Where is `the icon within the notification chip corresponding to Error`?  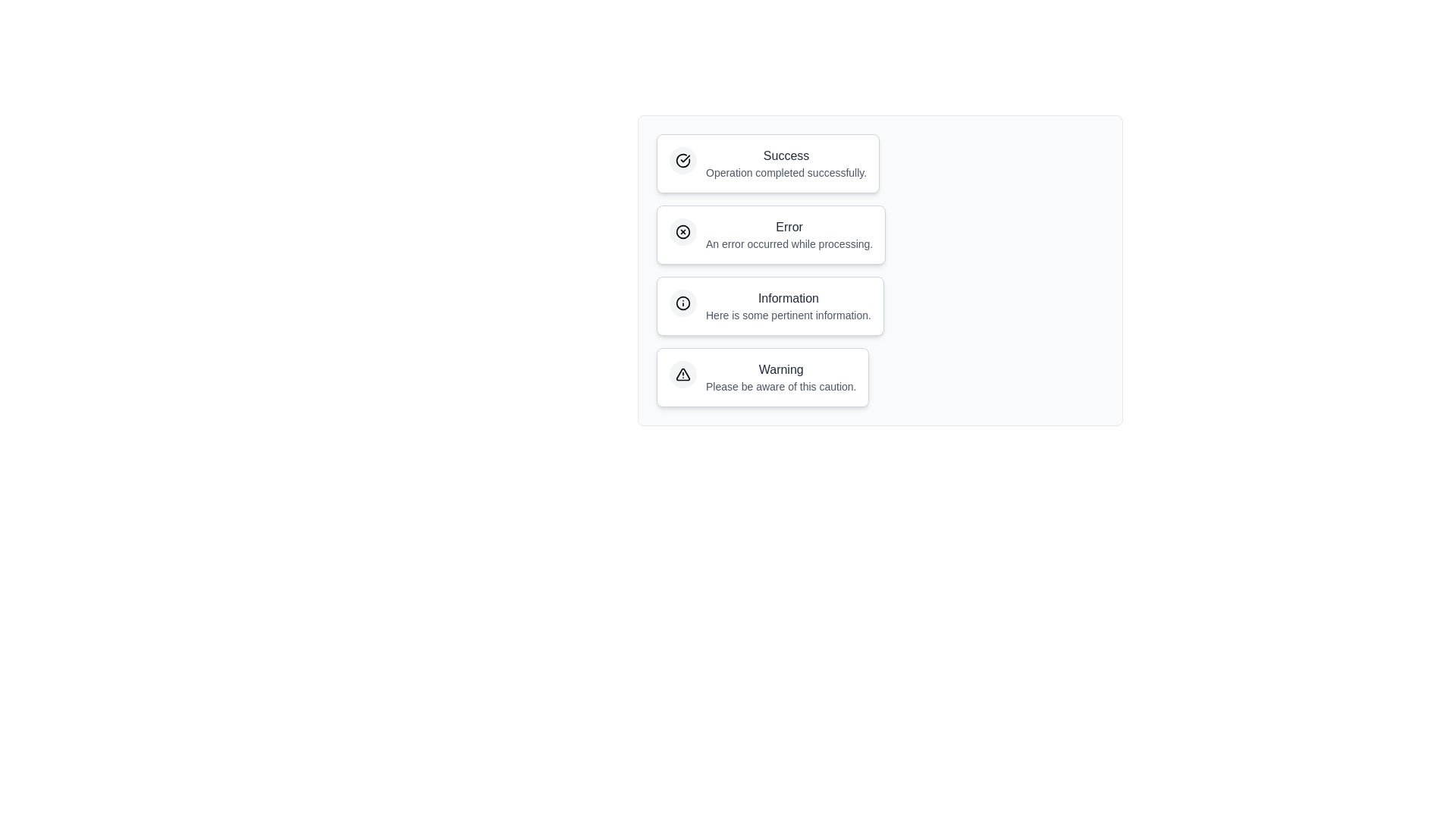
the icon within the notification chip corresponding to Error is located at coordinates (682, 231).